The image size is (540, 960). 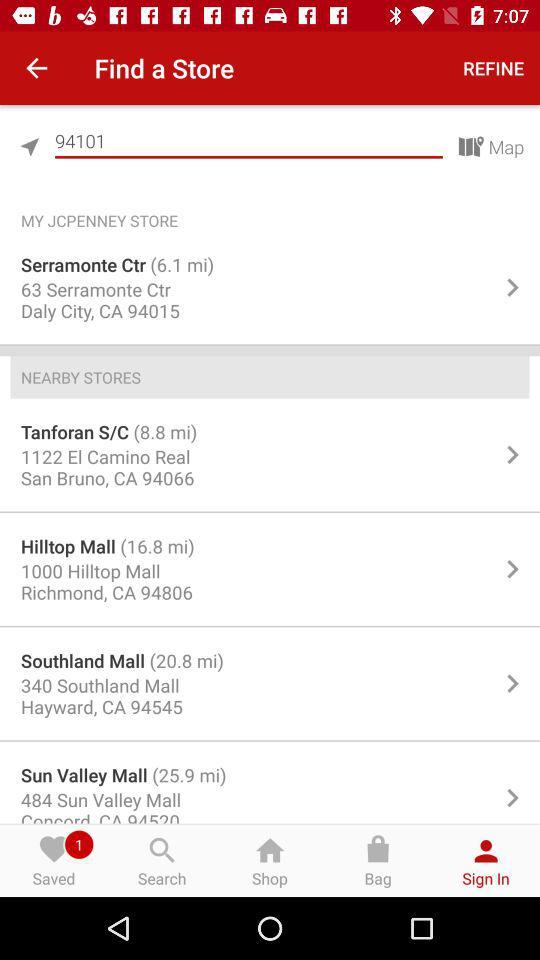 I want to click on the text field at the top of the page, so click(x=248, y=140).